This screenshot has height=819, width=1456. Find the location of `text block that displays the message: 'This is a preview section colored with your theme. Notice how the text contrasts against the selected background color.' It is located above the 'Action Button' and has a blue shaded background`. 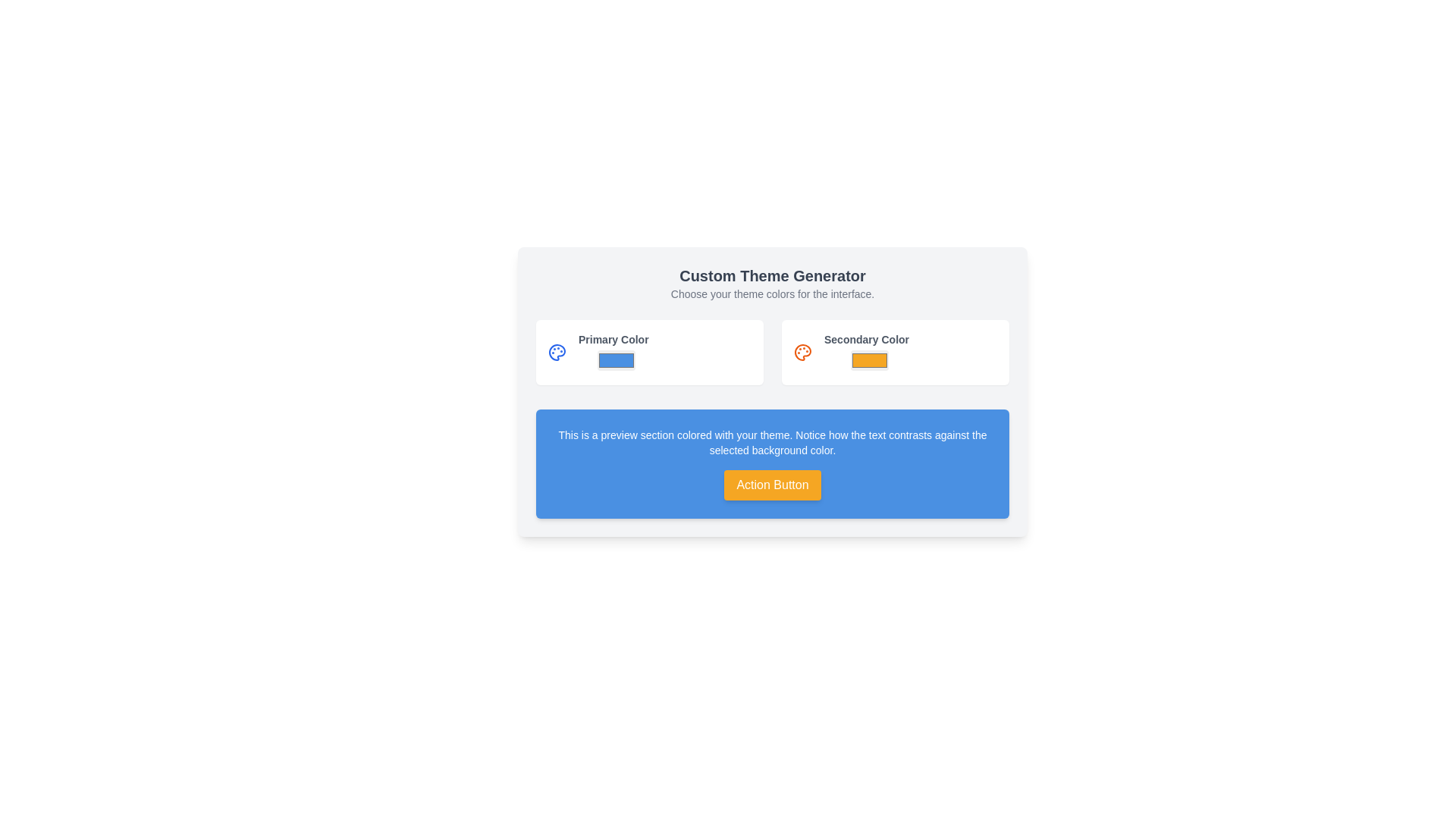

text block that displays the message: 'This is a preview section colored with your theme. Notice how the text contrasts against the selected background color.' It is located above the 'Action Button' and has a blue shaded background is located at coordinates (772, 442).